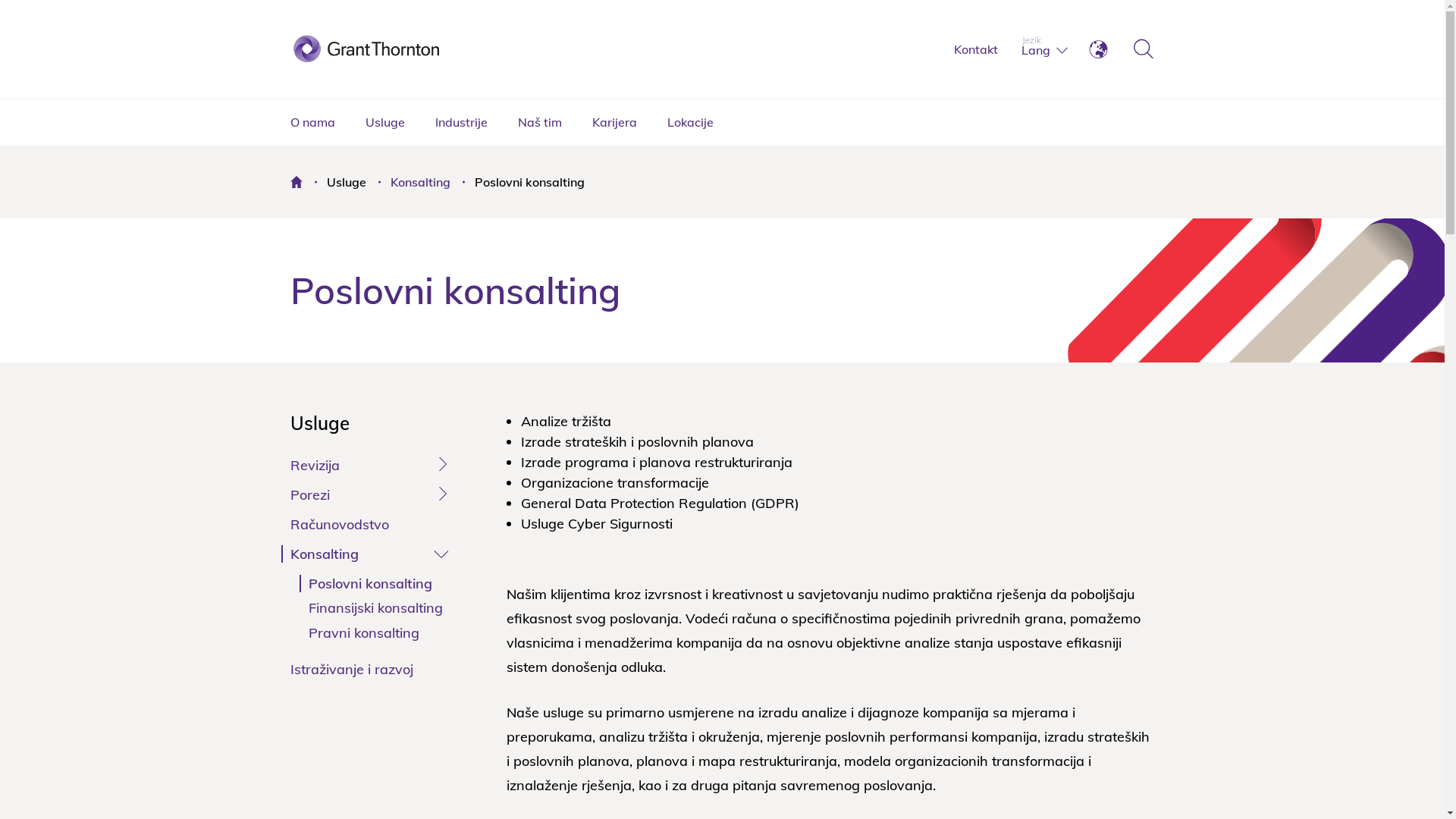 The image size is (1456, 819). I want to click on 'Karijera', so click(613, 121).